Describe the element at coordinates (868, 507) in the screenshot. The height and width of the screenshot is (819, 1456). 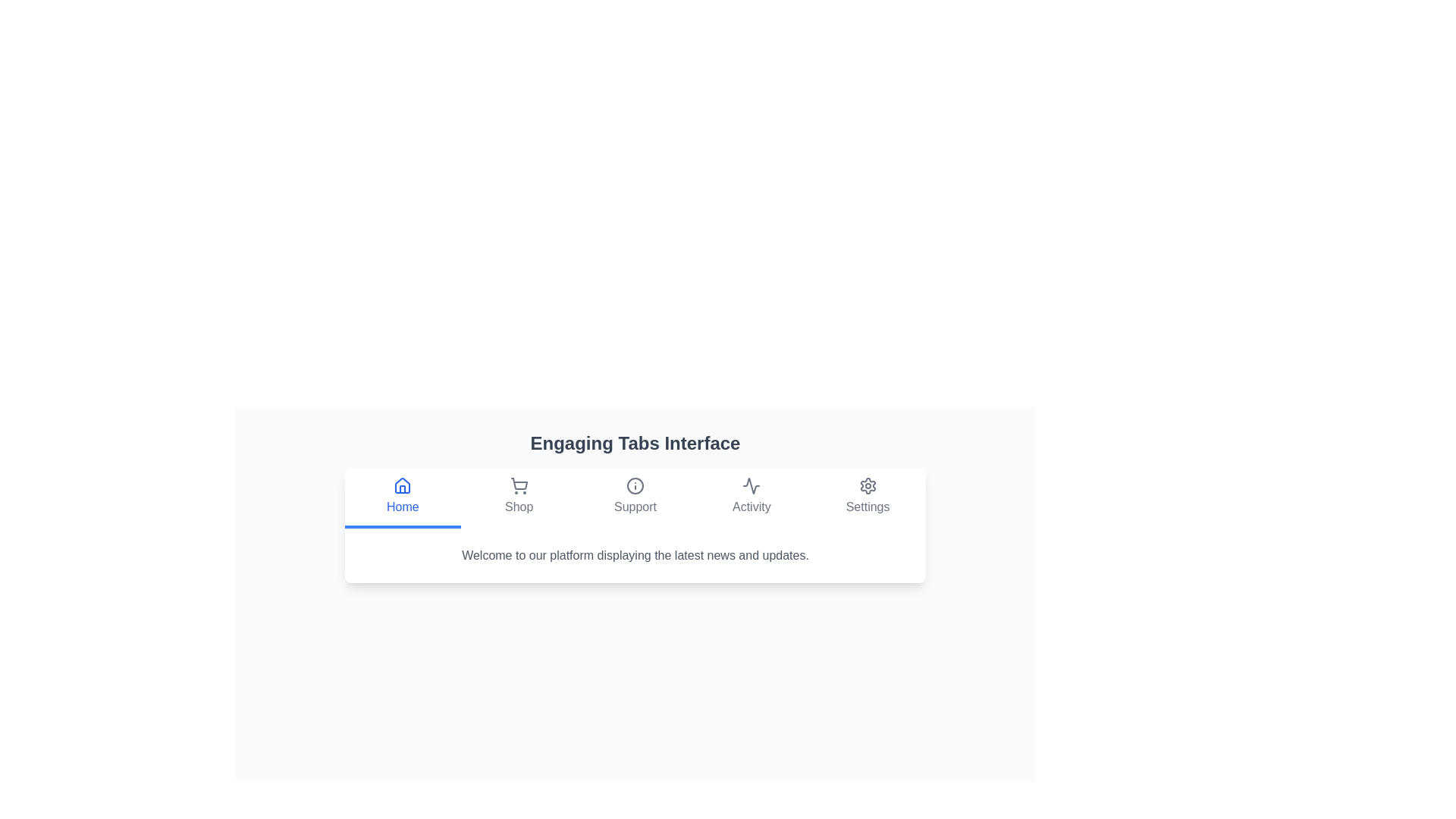
I see `the 'Settings' label in the navigation bar, which indicates the area related to application settings or preferences` at that location.